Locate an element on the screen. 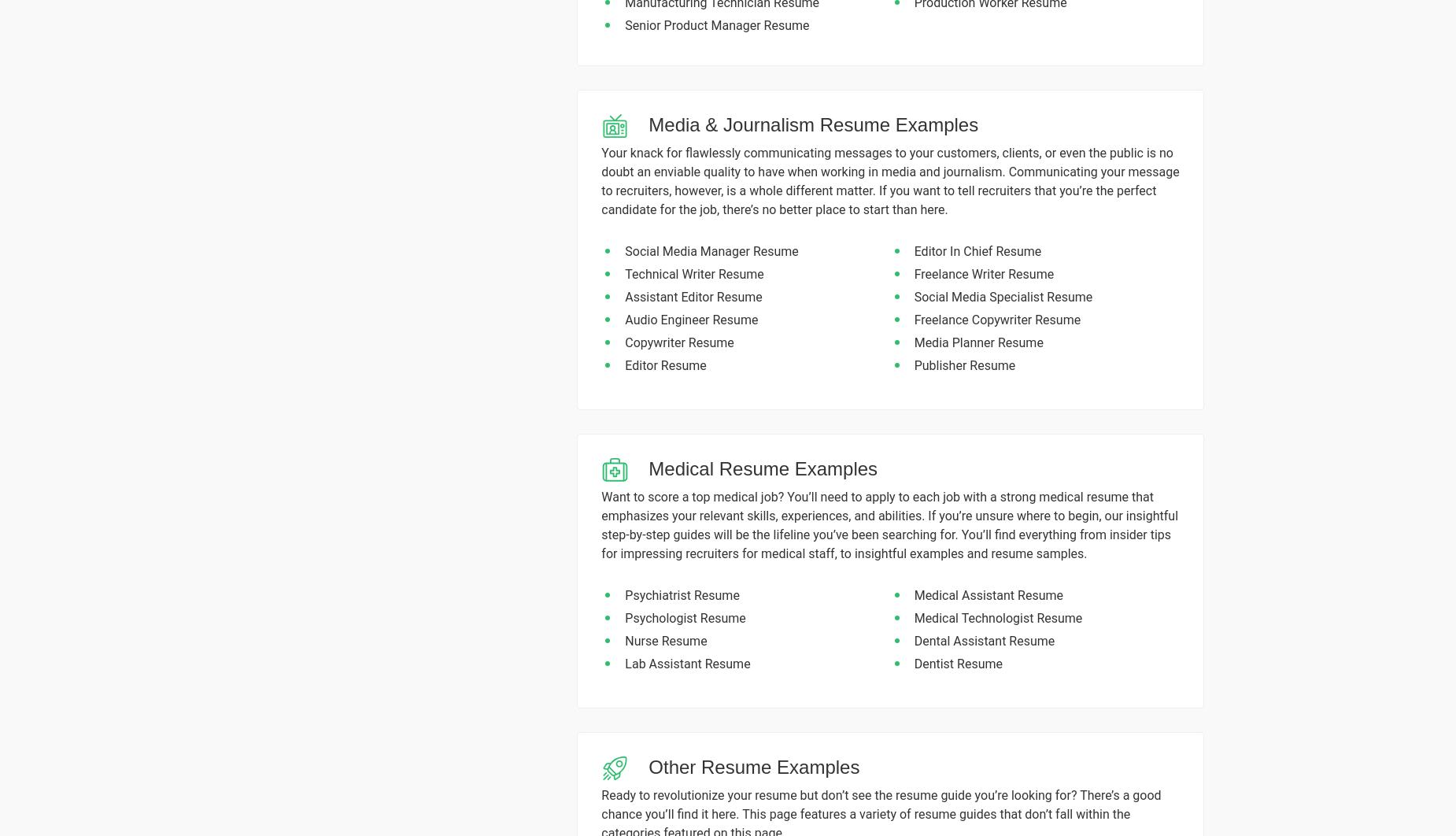 This screenshot has height=836, width=1456. 'Psychologist Resume' is located at coordinates (685, 618).